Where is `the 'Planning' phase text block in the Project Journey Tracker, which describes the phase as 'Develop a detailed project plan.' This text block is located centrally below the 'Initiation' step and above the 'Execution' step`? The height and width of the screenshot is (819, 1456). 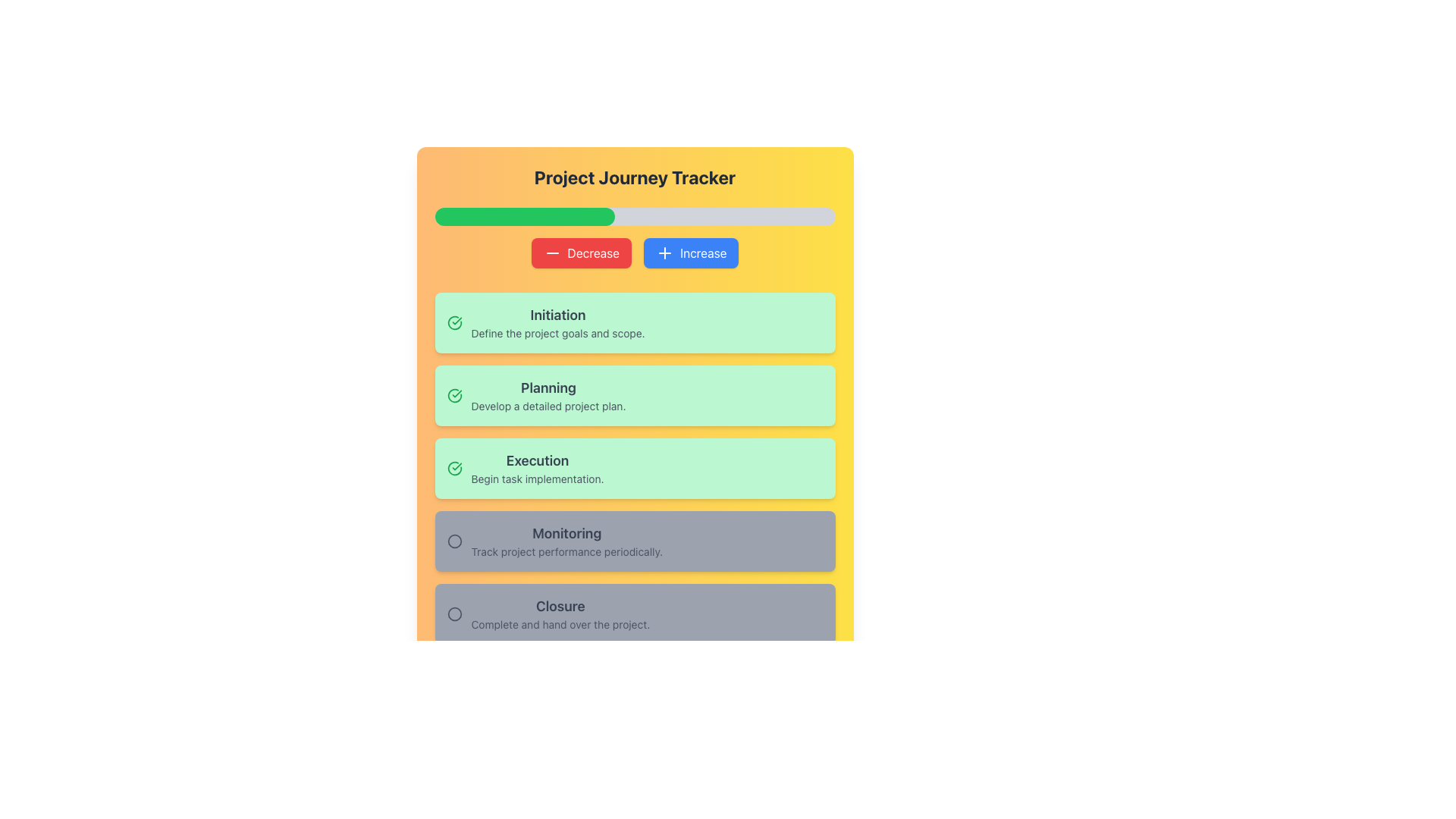 the 'Planning' phase text block in the Project Journey Tracker, which describes the phase as 'Develop a detailed project plan.' This text block is located centrally below the 'Initiation' step and above the 'Execution' step is located at coordinates (548, 394).